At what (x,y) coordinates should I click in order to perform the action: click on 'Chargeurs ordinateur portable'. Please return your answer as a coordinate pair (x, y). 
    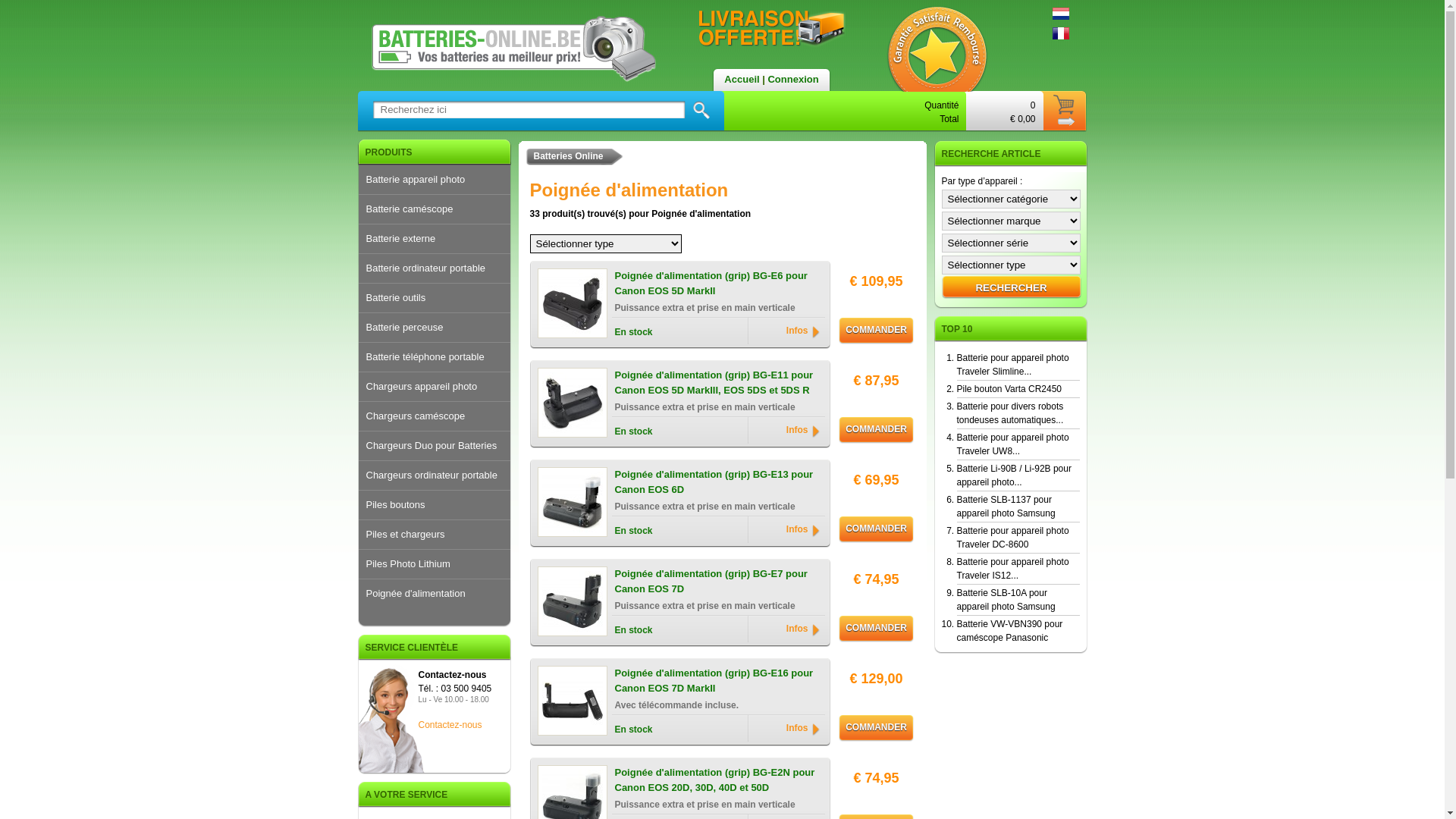
    Looking at the image, I should click on (356, 475).